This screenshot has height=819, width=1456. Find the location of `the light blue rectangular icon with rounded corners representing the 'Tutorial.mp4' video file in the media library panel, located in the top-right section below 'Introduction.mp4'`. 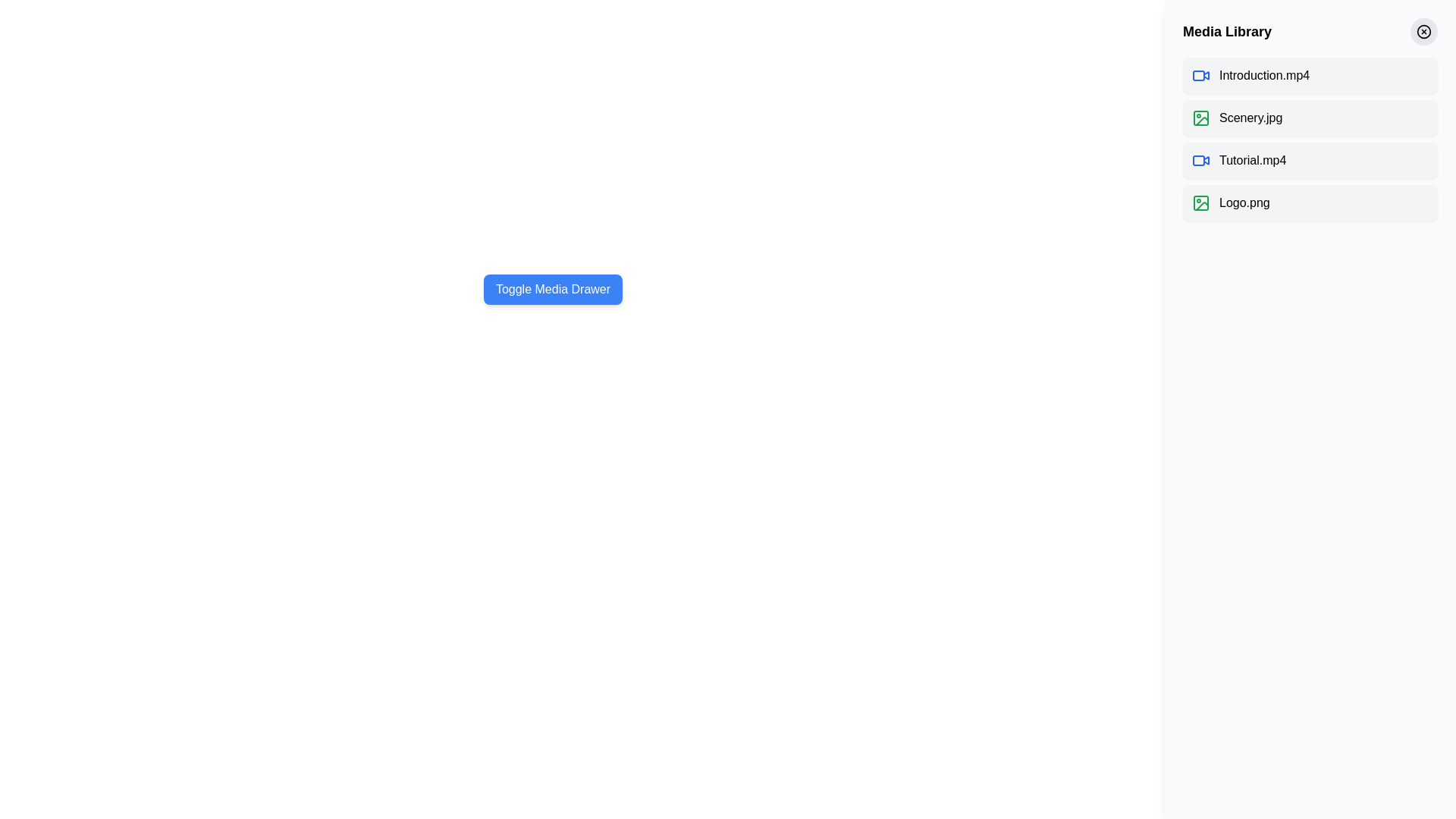

the light blue rectangular icon with rounded corners representing the 'Tutorial.mp4' video file in the media library panel, located in the top-right section below 'Introduction.mp4' is located at coordinates (1197, 161).